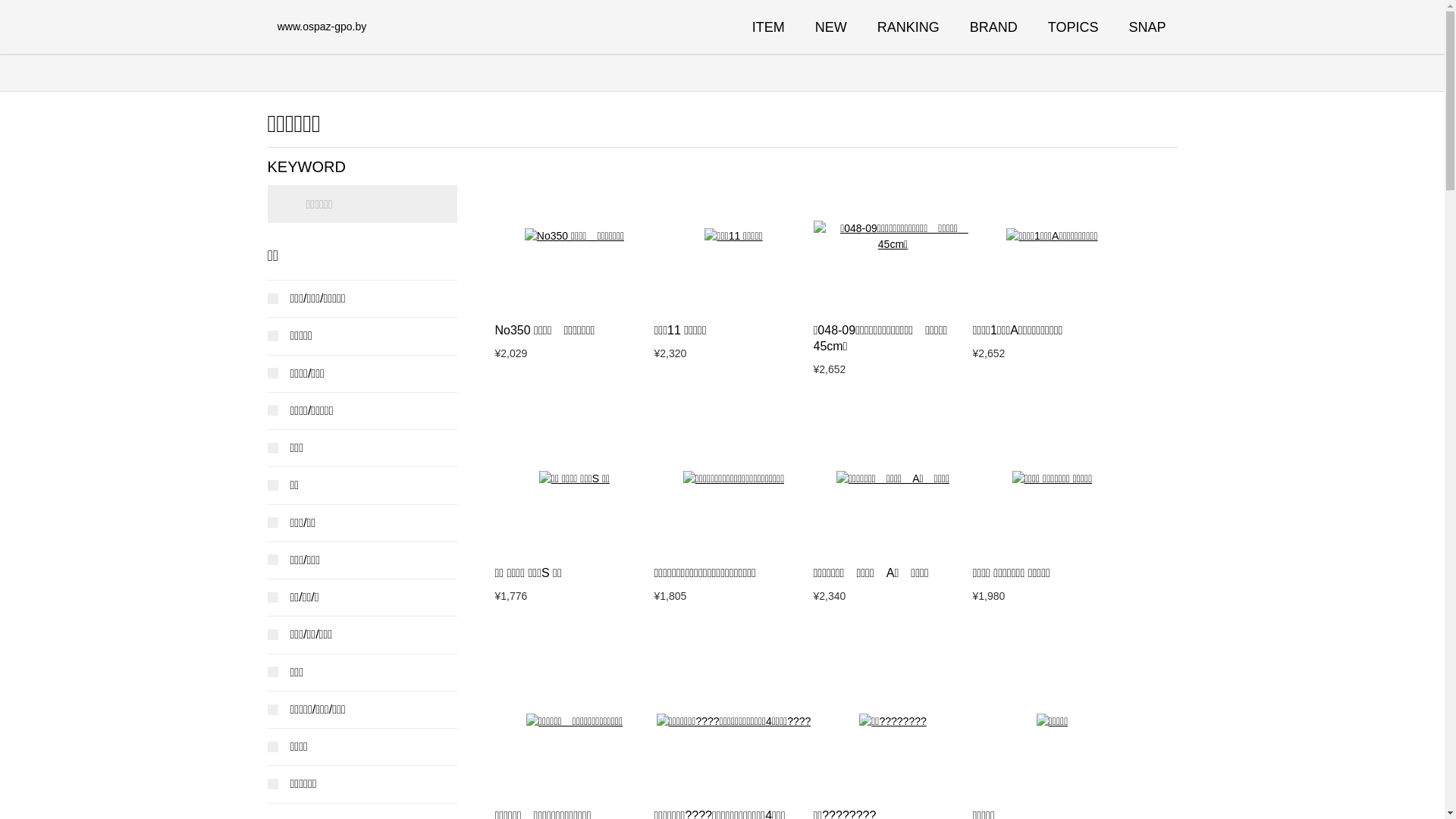 This screenshot has width=1456, height=819. Describe the element at coordinates (968, 27) in the screenshot. I see `'BRAND'` at that location.